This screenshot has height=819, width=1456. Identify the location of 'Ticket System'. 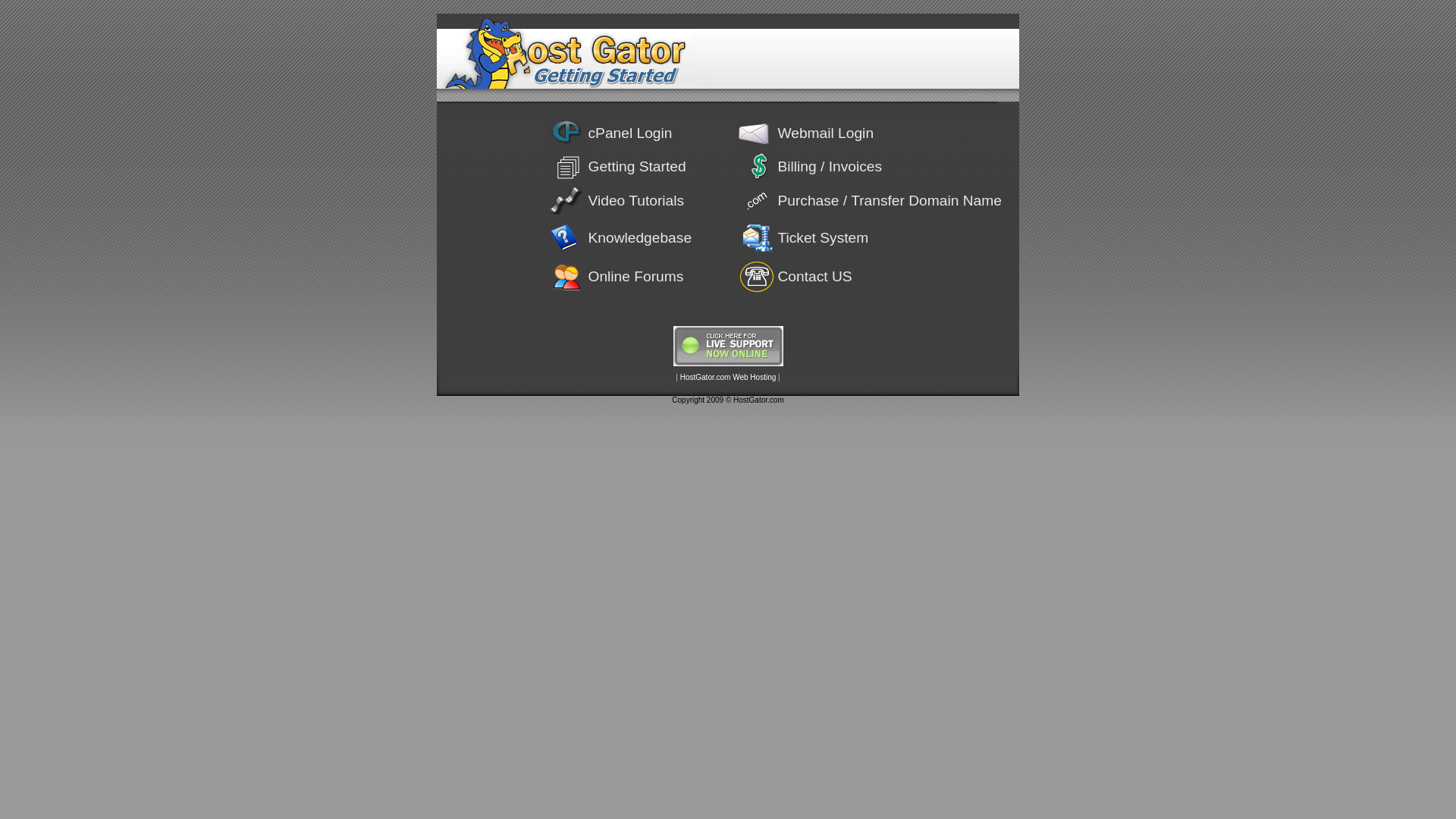
(821, 237).